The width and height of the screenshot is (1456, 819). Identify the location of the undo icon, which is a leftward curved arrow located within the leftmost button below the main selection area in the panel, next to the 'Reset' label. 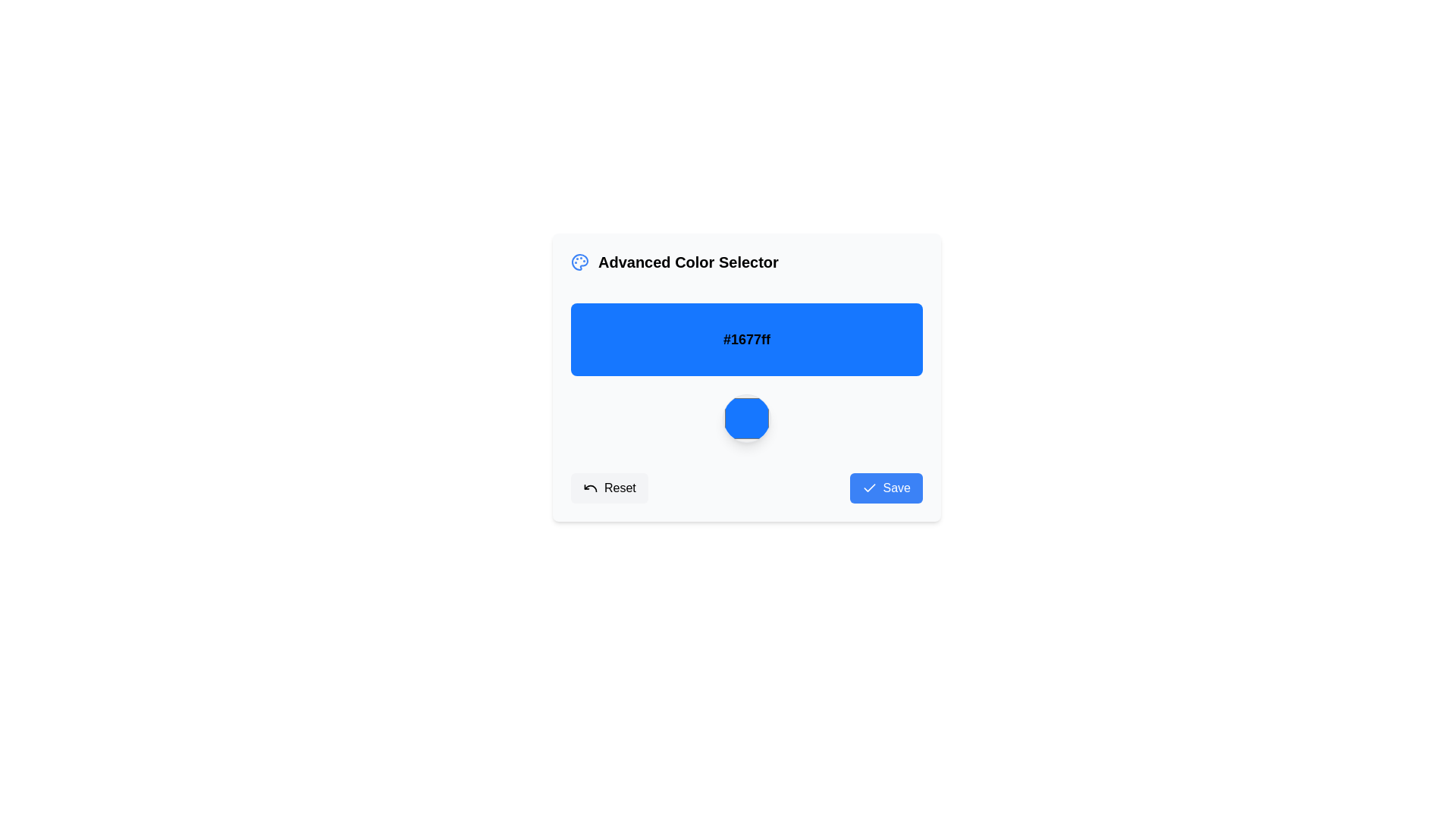
(589, 488).